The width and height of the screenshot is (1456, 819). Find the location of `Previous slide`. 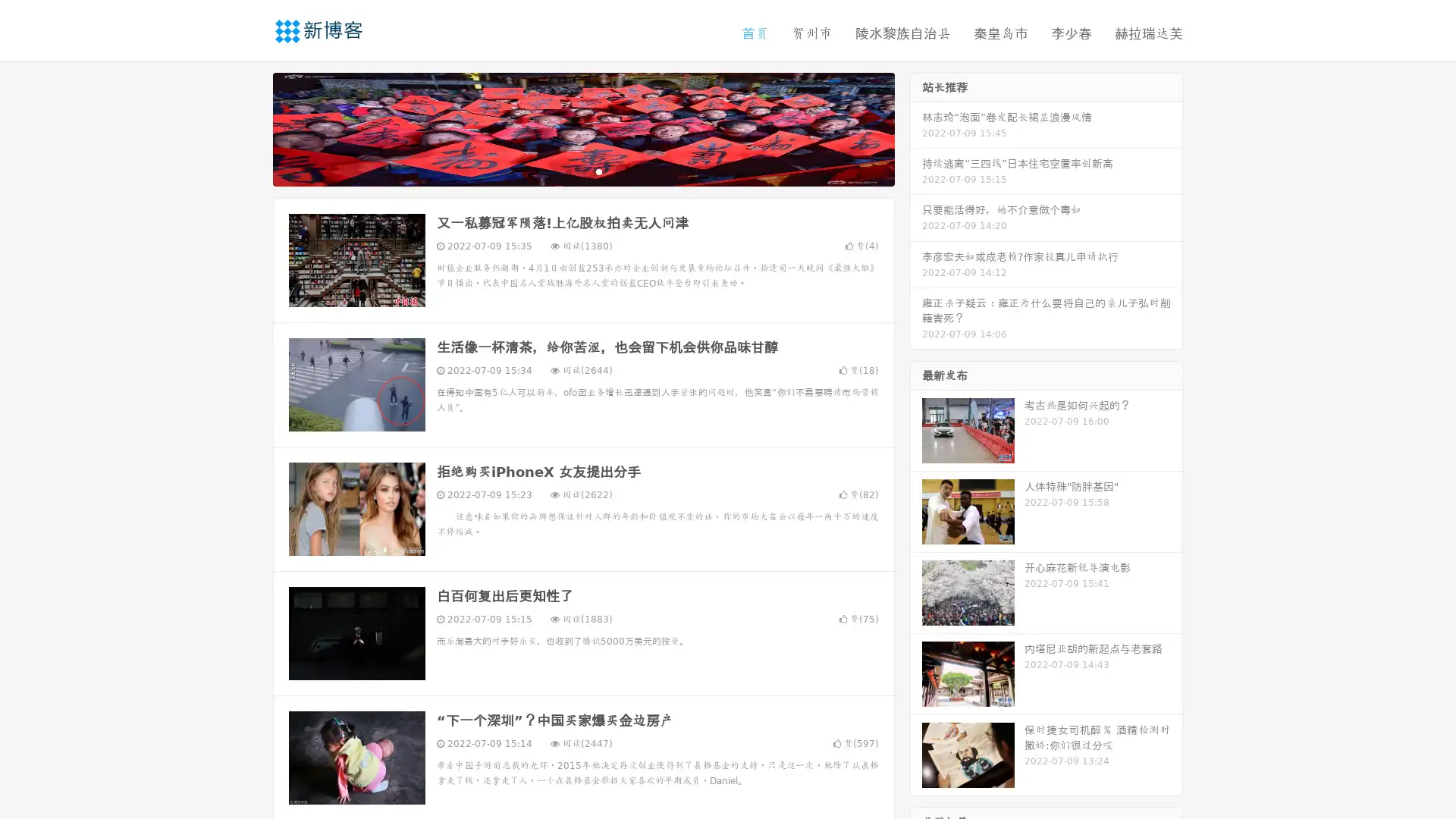

Previous slide is located at coordinates (250, 127).